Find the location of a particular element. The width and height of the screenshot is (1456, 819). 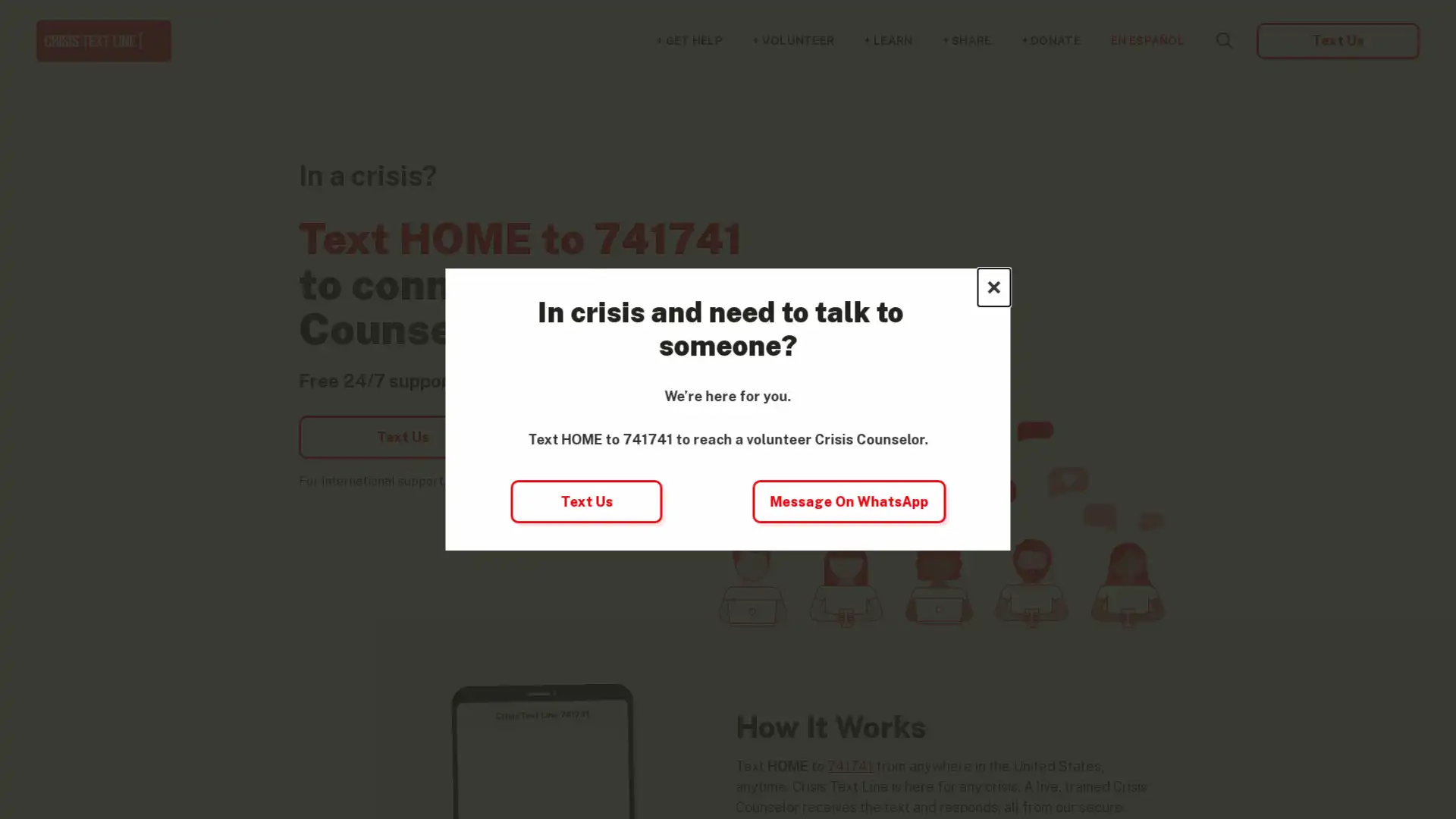

Search is located at coordinates (1224, 40).